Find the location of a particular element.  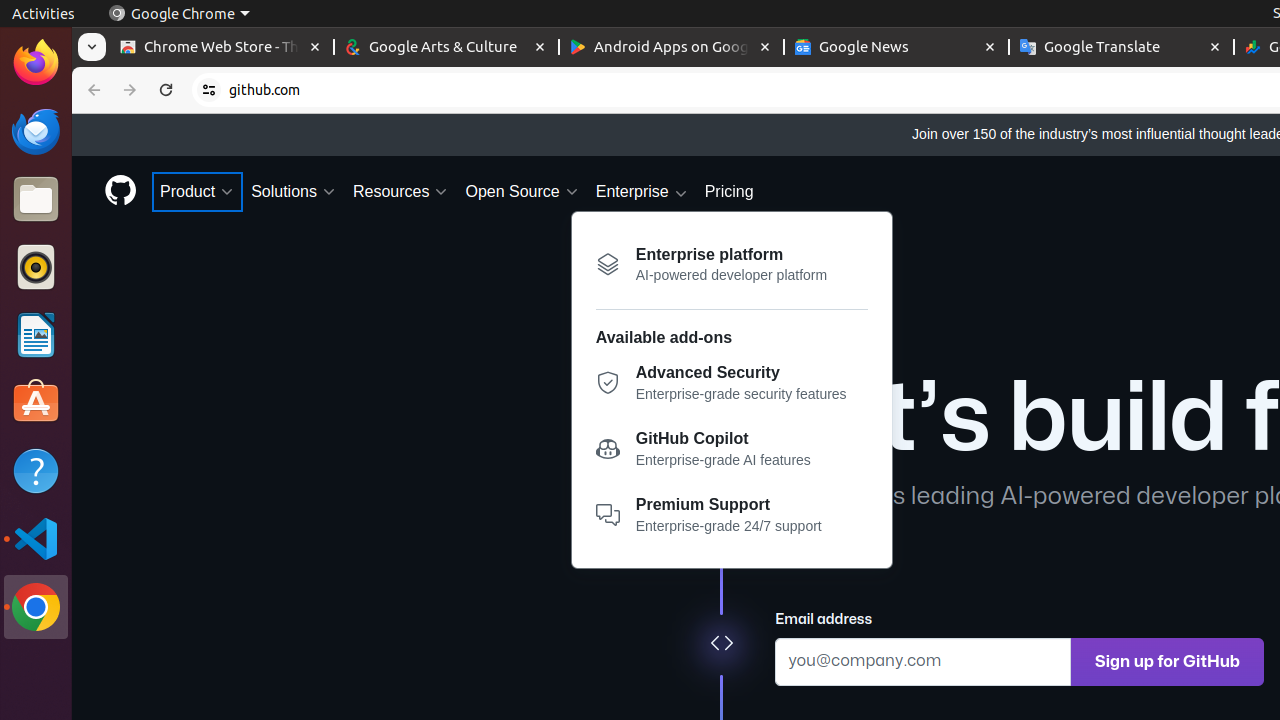

'Google Arts & Culture - Memory usage - 60.0 MB' is located at coordinates (445, 46).